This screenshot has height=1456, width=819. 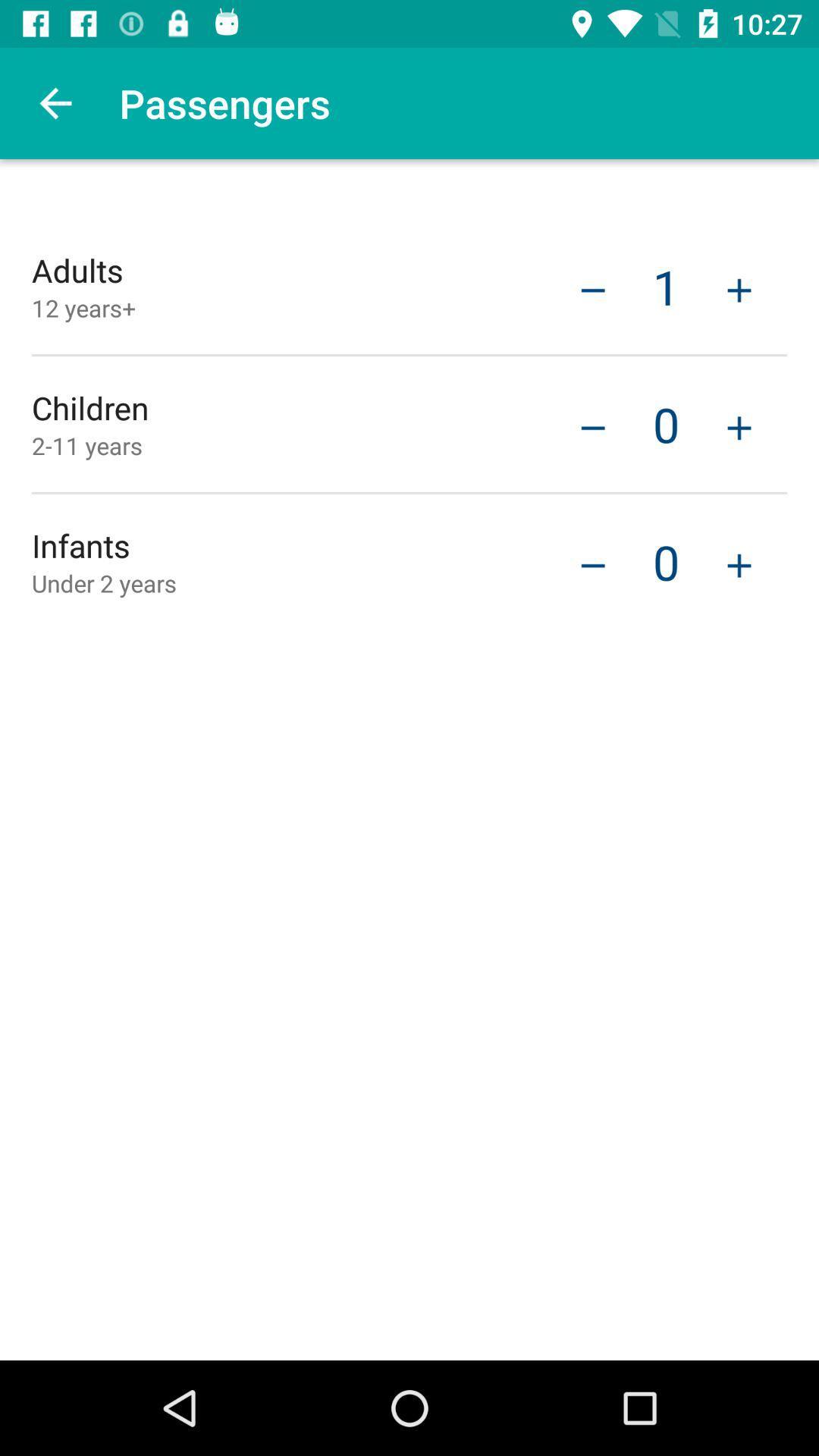 What do you see at coordinates (592, 425) in the screenshot?
I see `minus means less option` at bounding box center [592, 425].